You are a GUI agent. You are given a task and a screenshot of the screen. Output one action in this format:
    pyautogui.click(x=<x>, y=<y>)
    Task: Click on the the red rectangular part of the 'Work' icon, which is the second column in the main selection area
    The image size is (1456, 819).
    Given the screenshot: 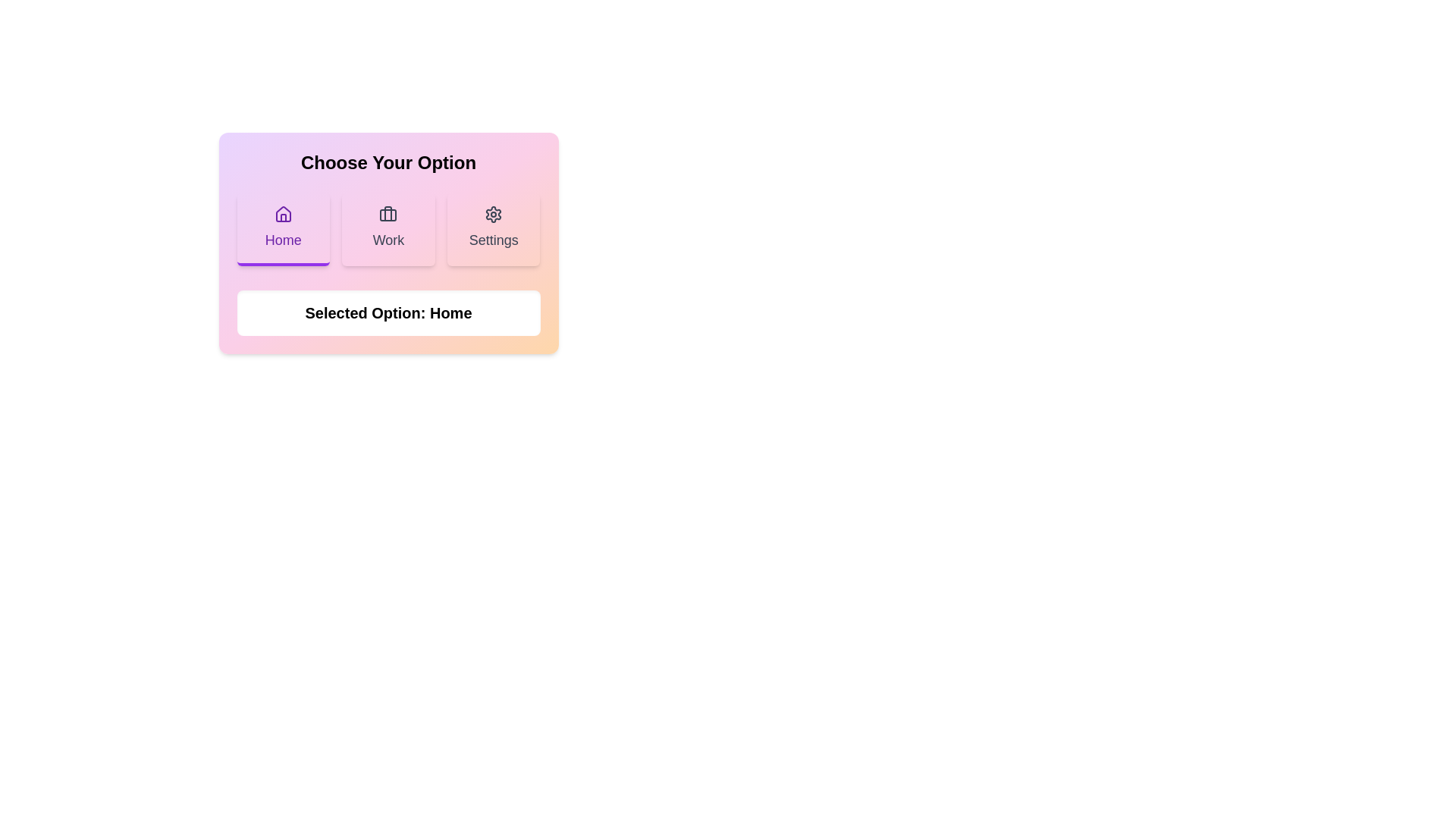 What is the action you would take?
    pyautogui.click(x=388, y=215)
    